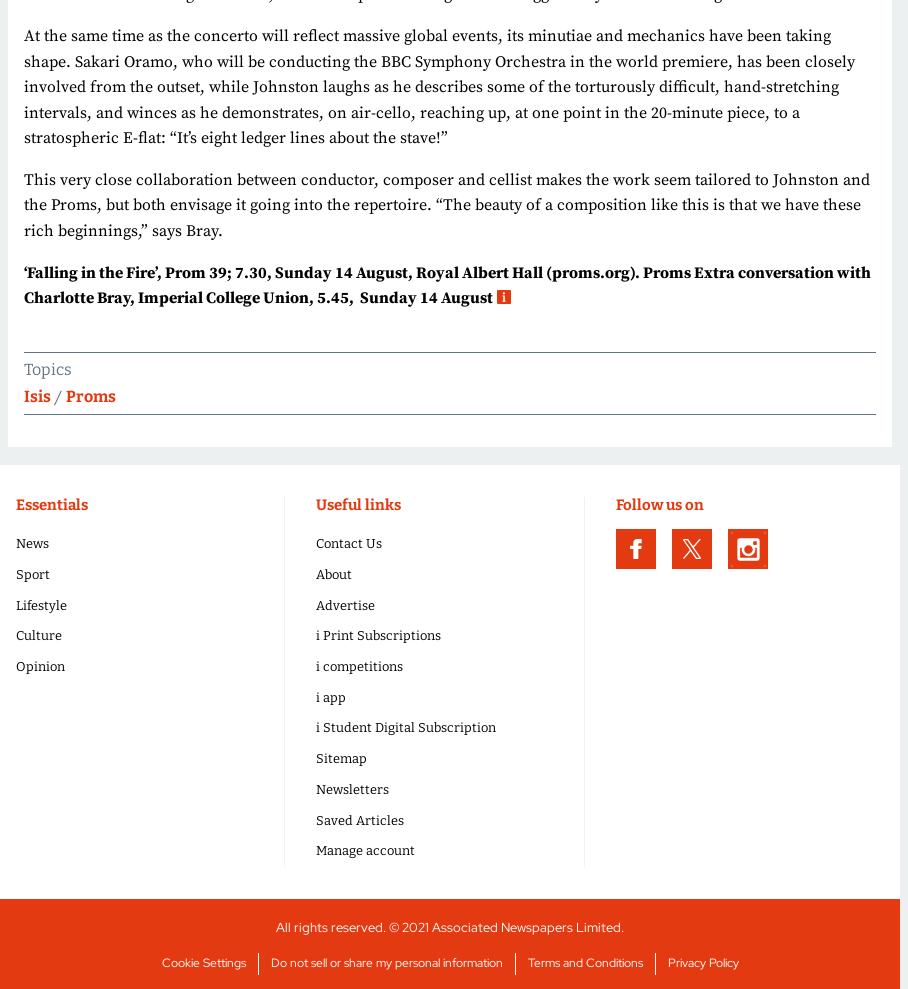 The width and height of the screenshot is (908, 989). What do you see at coordinates (404, 727) in the screenshot?
I see `'i Student Digital Subscription'` at bounding box center [404, 727].